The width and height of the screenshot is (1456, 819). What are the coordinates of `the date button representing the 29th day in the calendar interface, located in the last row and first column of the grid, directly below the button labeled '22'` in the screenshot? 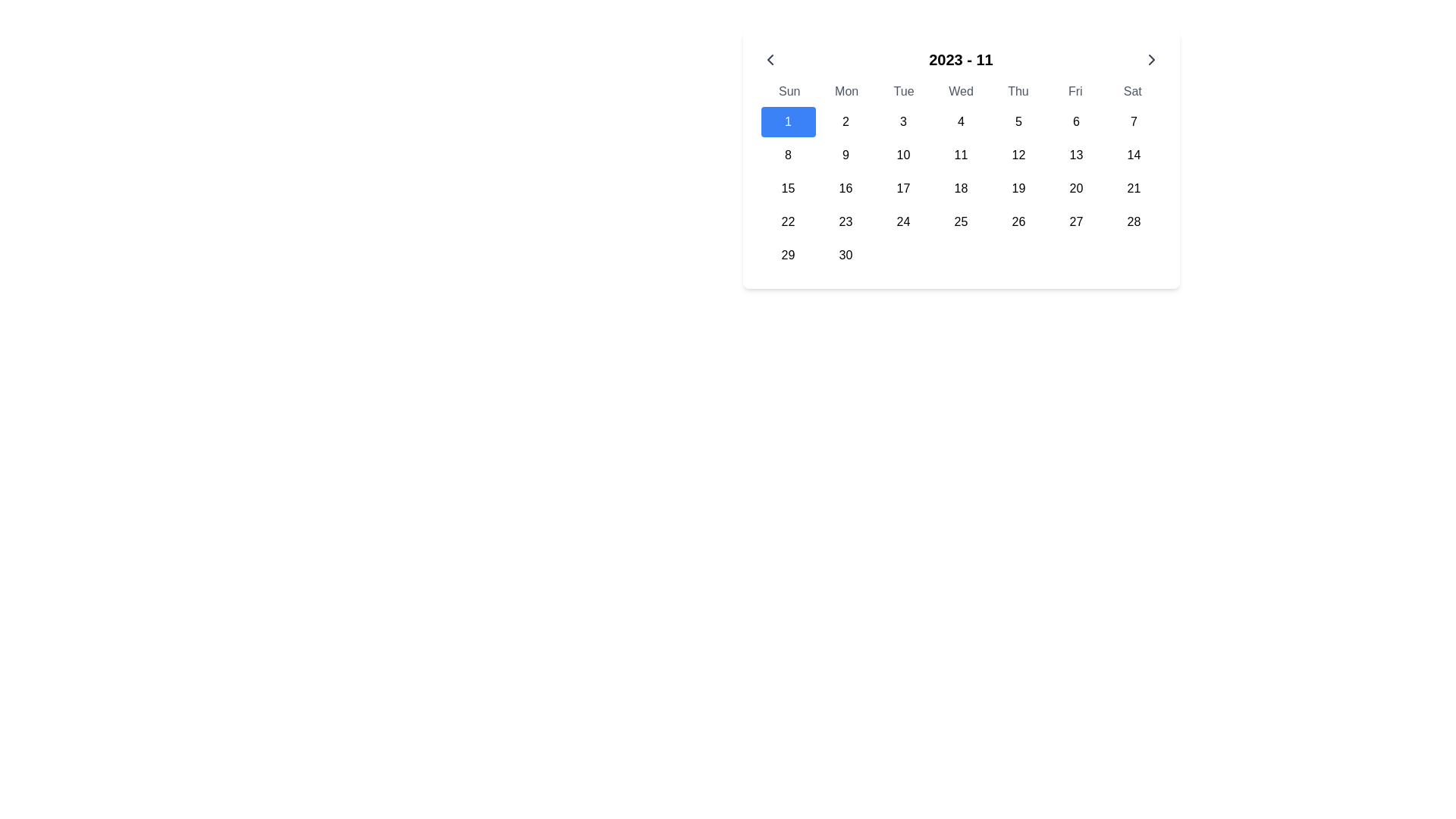 It's located at (788, 254).